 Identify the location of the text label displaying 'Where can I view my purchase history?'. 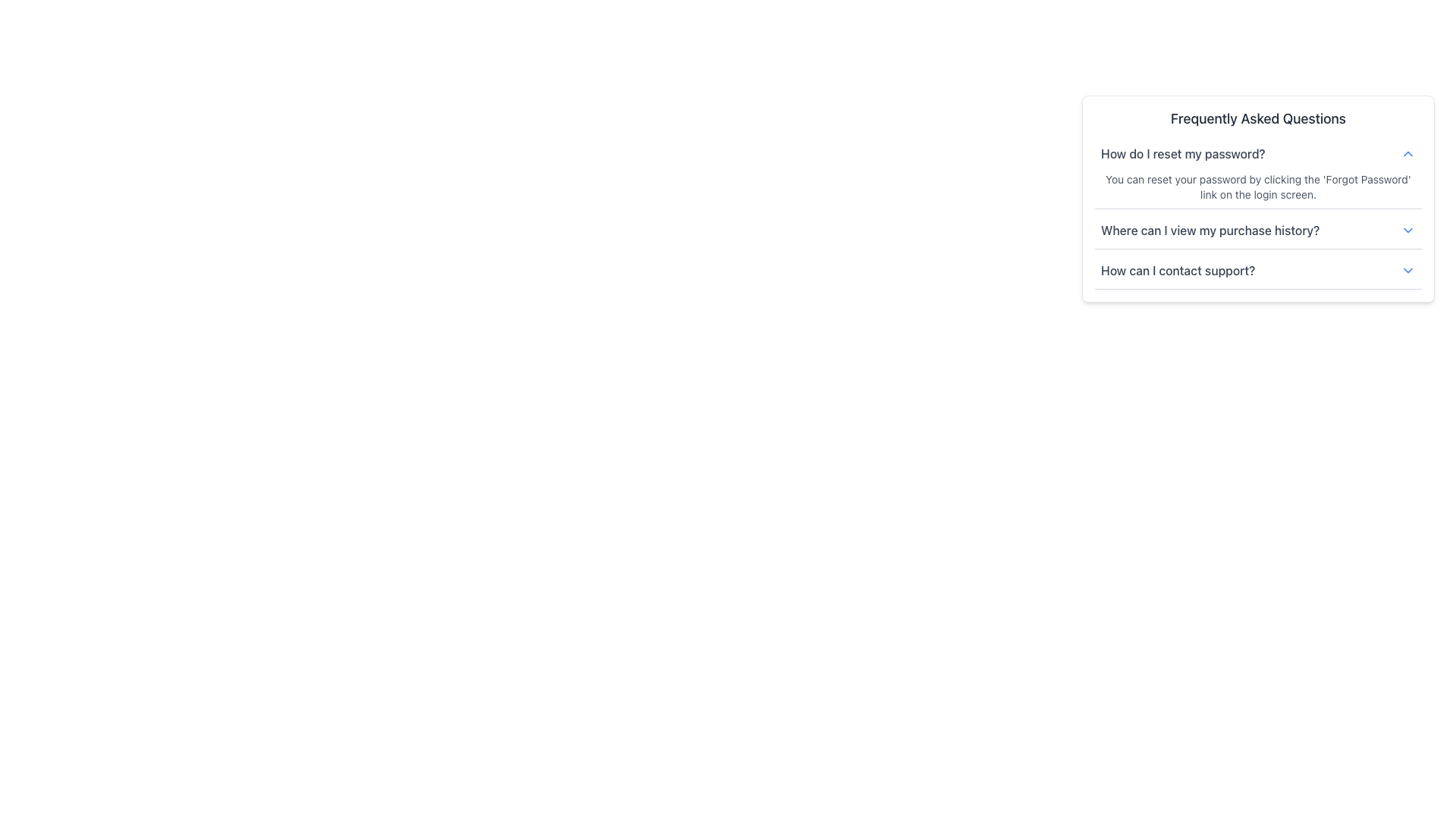
(1210, 231).